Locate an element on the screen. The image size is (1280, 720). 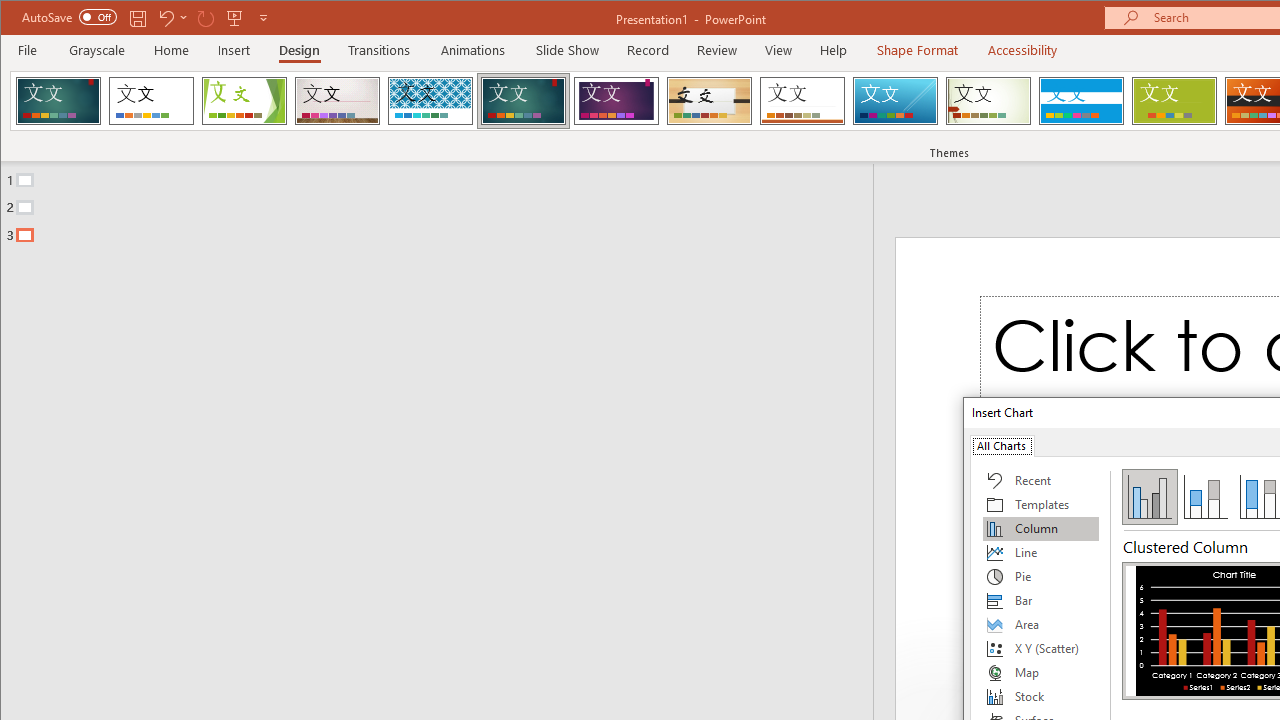
'Pie' is located at coordinates (1040, 577).